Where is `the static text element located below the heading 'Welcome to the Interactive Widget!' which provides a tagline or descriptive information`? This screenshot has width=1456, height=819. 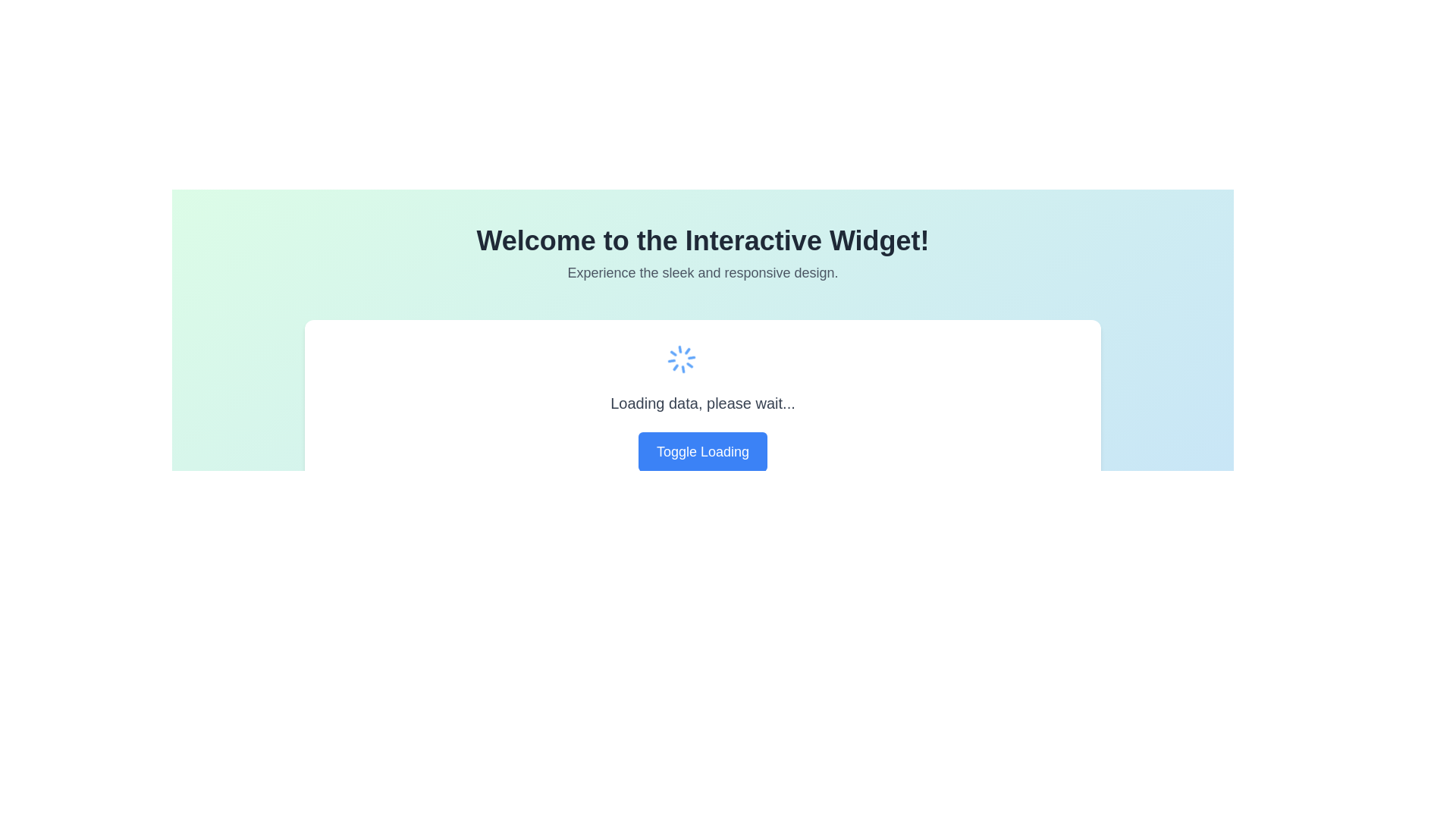
the static text element located below the heading 'Welcome to the Interactive Widget!' which provides a tagline or descriptive information is located at coordinates (701, 271).